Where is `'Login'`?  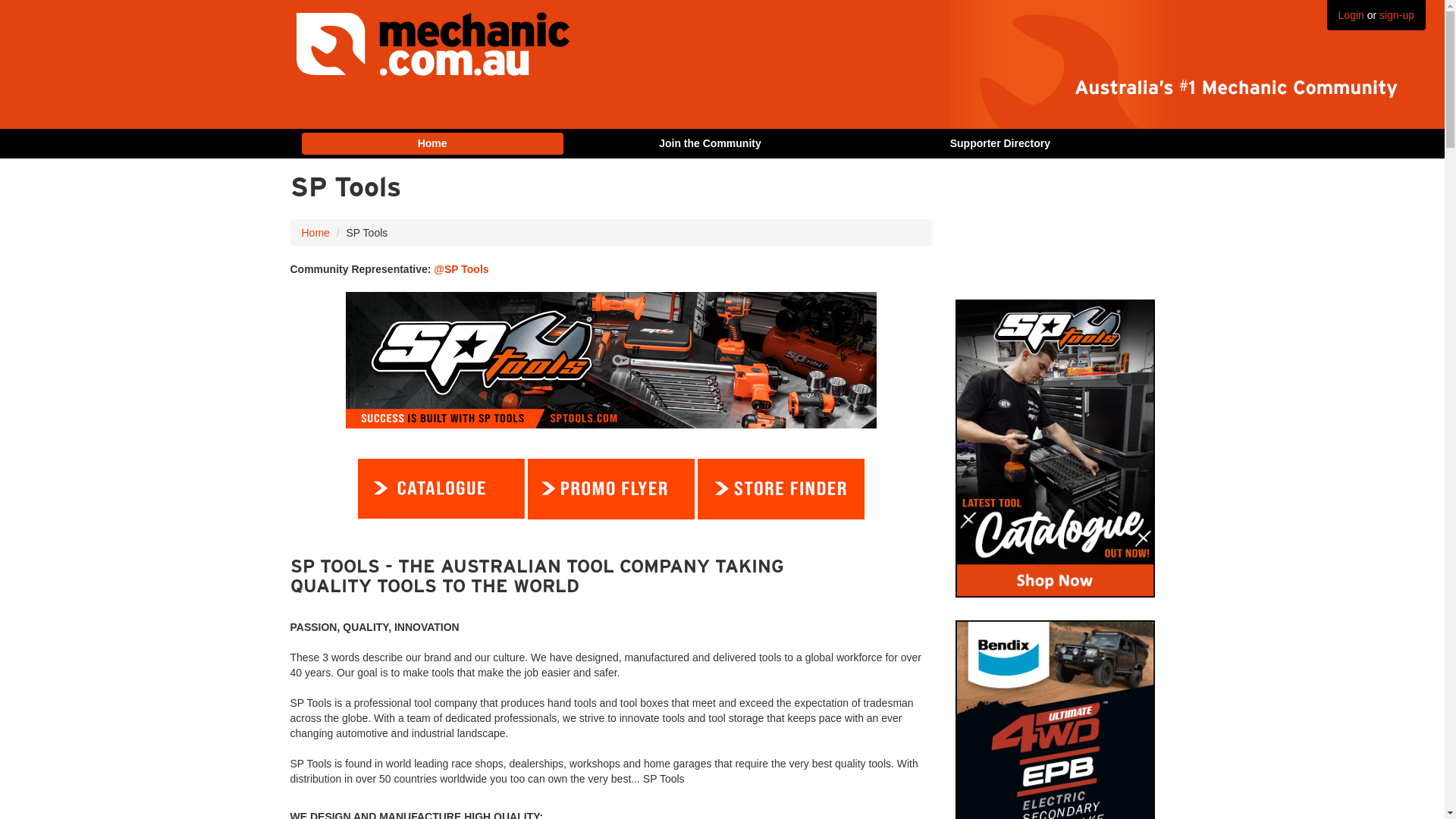 'Login' is located at coordinates (1351, 14).